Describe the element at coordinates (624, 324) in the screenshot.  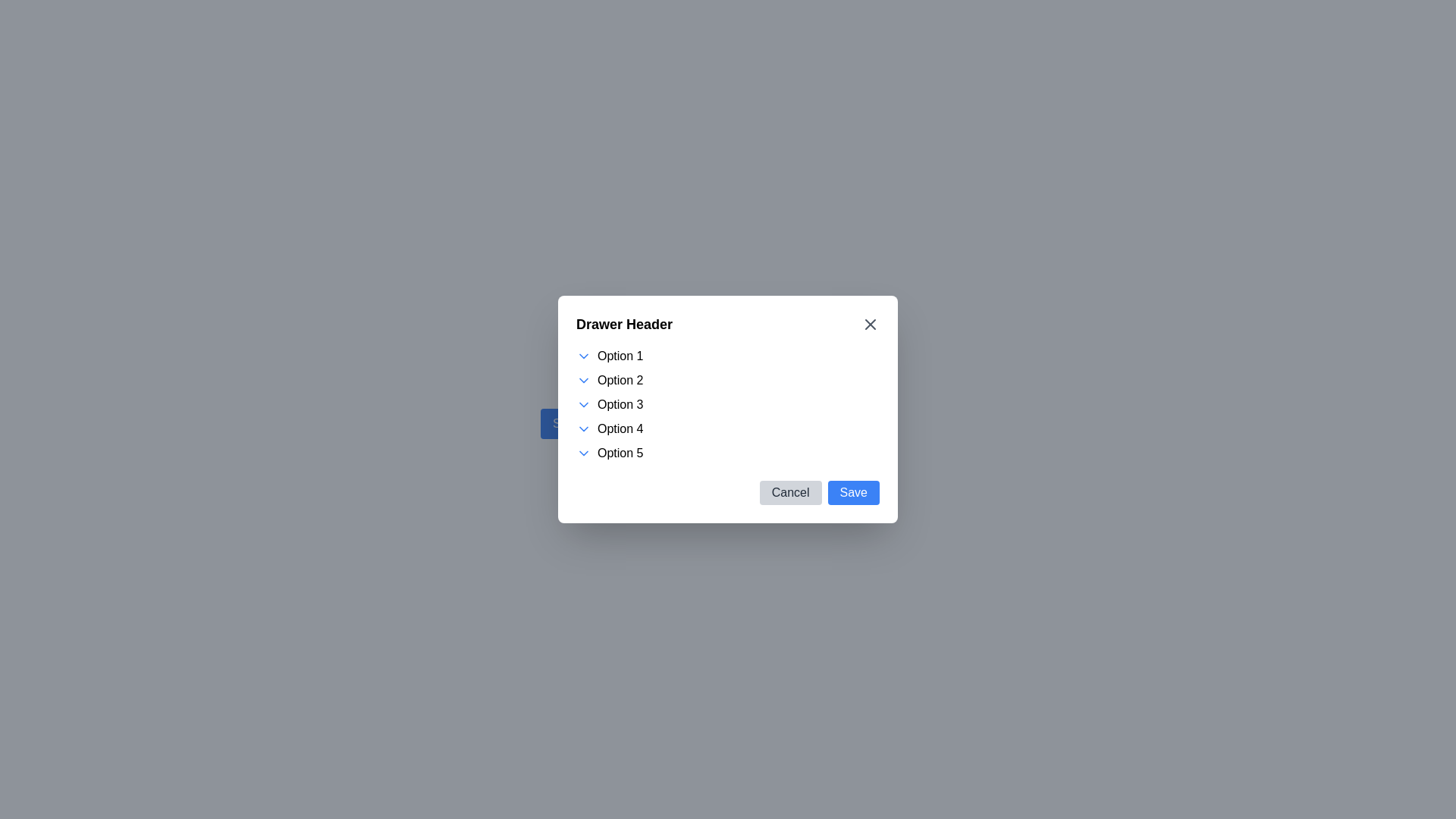
I see `the Text Label, which serves as the title or header for the dialog box, located in the header section of the modal box at the top-center of the dialog` at that location.